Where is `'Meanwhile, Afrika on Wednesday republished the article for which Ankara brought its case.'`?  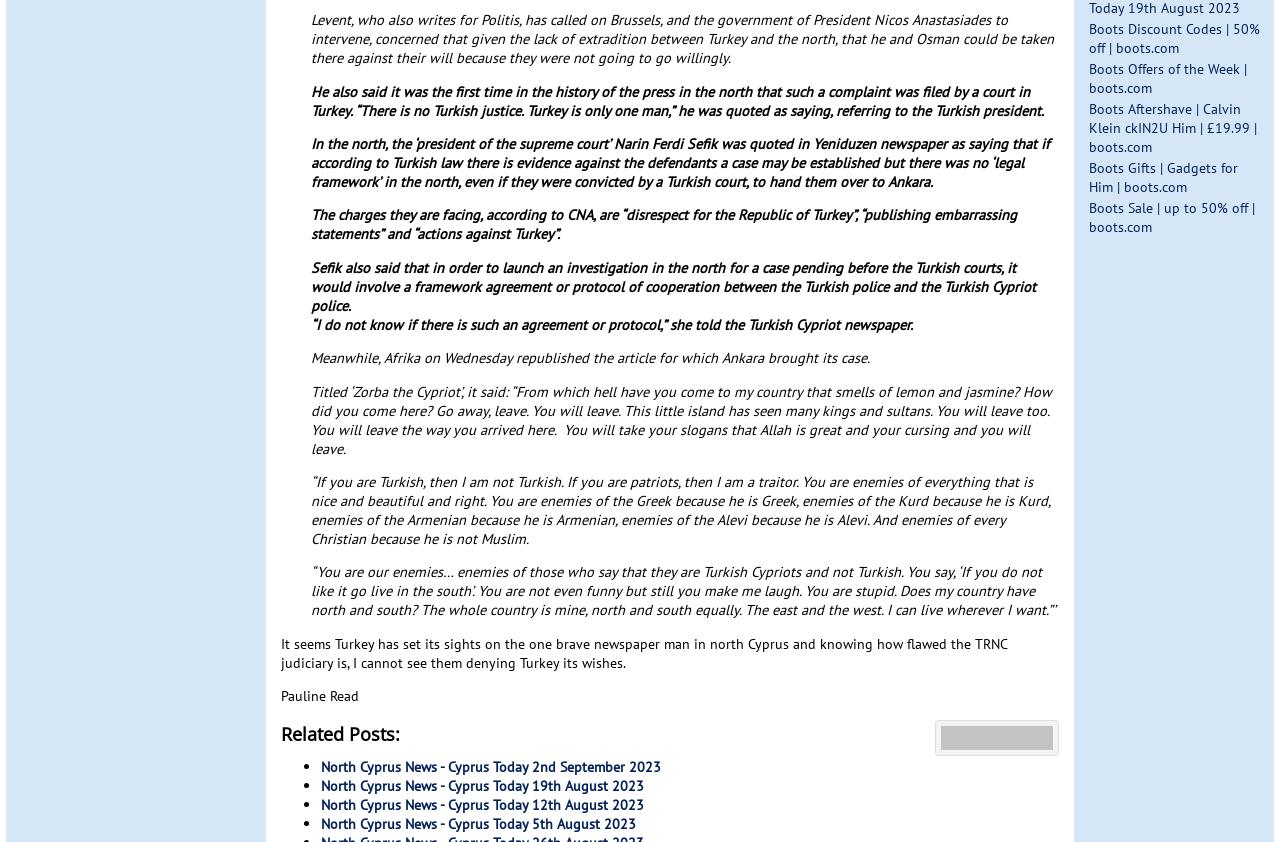 'Meanwhile, Afrika on Wednesday republished the article for which Ankara brought its case.' is located at coordinates (589, 357).